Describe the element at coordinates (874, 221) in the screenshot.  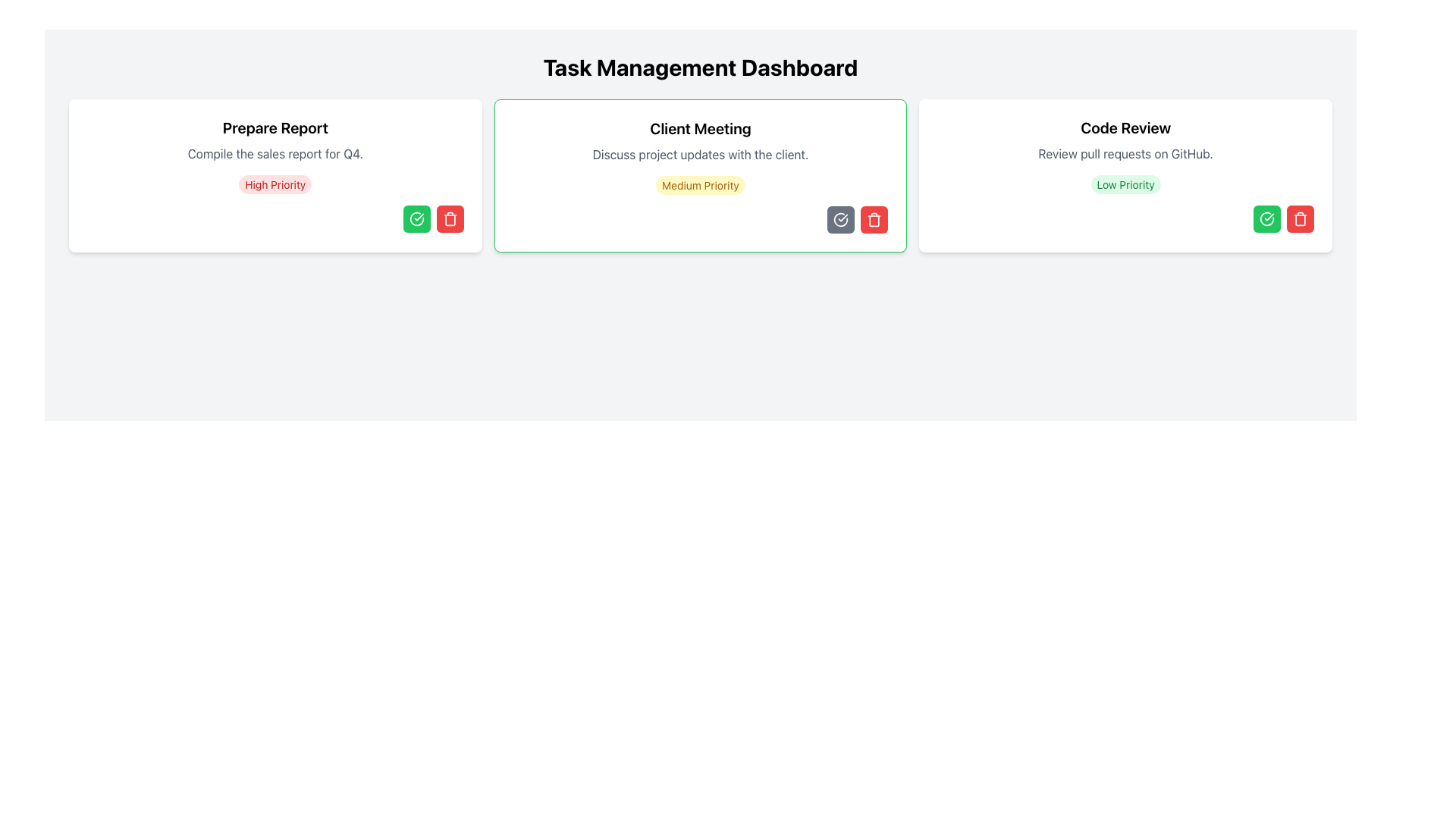
I see `the vertical rectangular graphical component of the trash icon, which represents the delete operation, located towards the lower center of the icon` at that location.